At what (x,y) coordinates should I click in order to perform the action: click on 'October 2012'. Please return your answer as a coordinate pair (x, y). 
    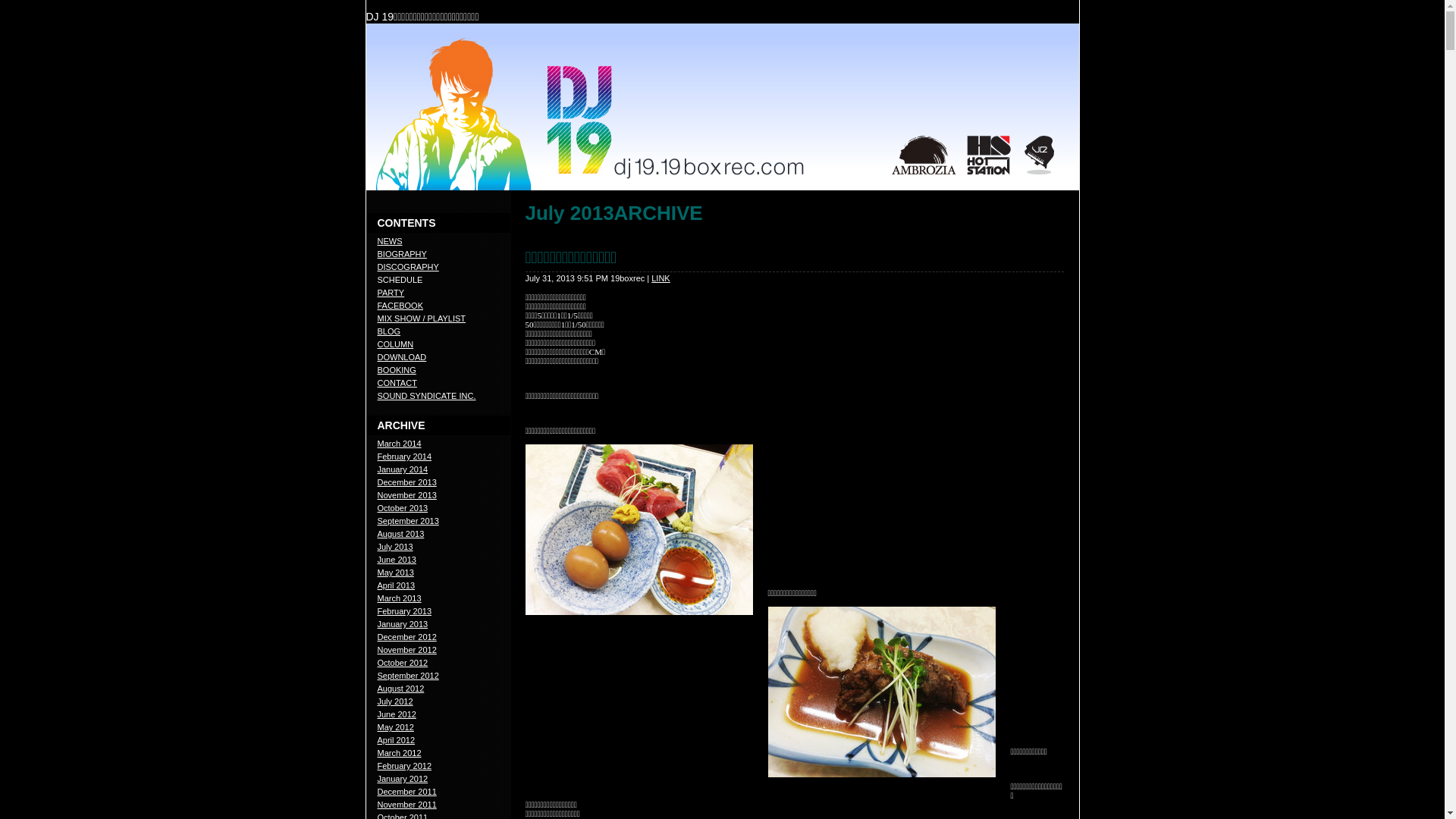
    Looking at the image, I should click on (403, 662).